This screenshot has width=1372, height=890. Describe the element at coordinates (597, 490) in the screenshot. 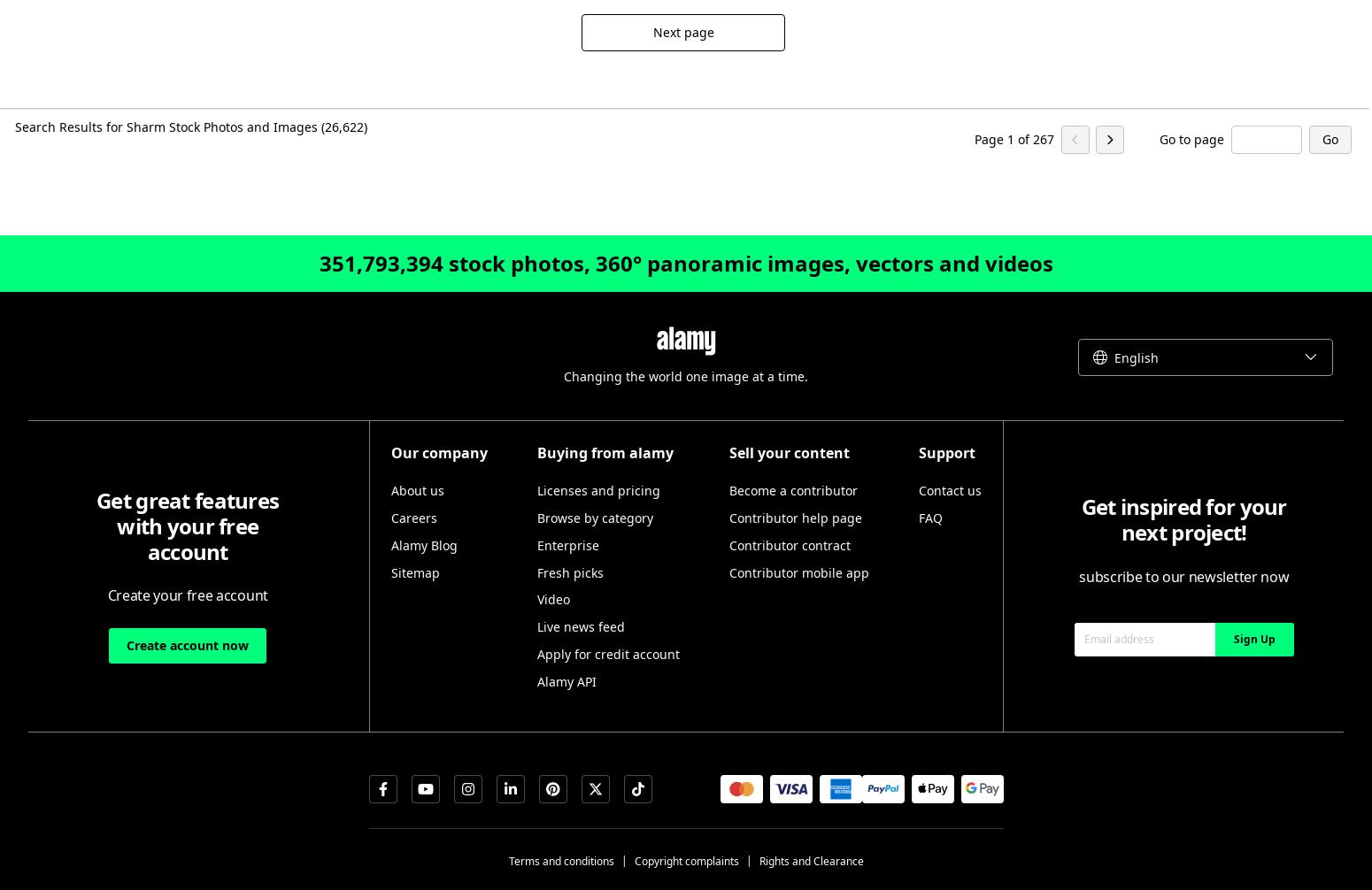

I see `'Licenses and pricing'` at that location.